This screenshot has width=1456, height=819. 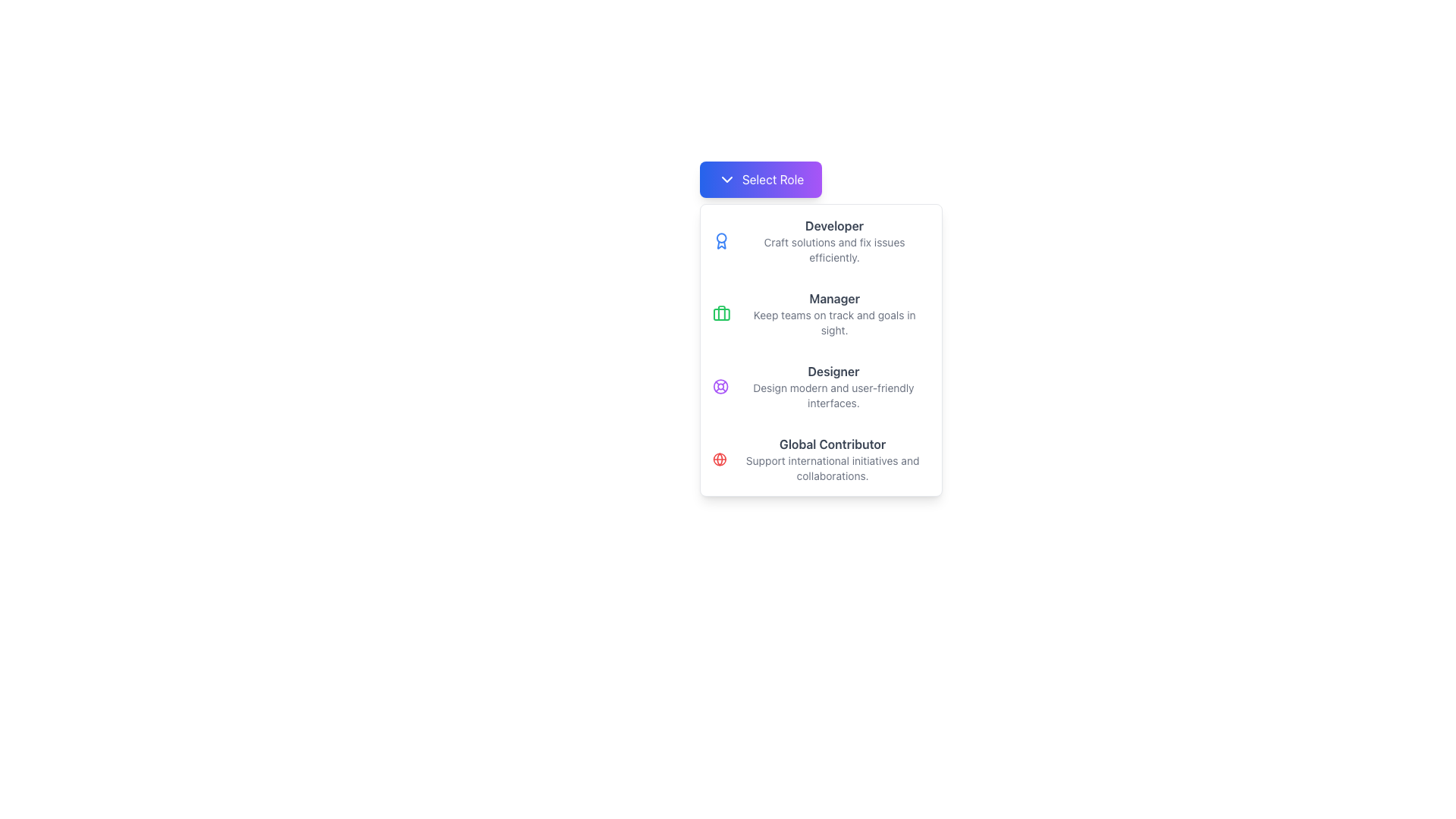 I want to click on text block that contains the message 'Craft solutions and fix issues efficiently.' located directly below the heading 'Developer', so click(x=833, y=249).